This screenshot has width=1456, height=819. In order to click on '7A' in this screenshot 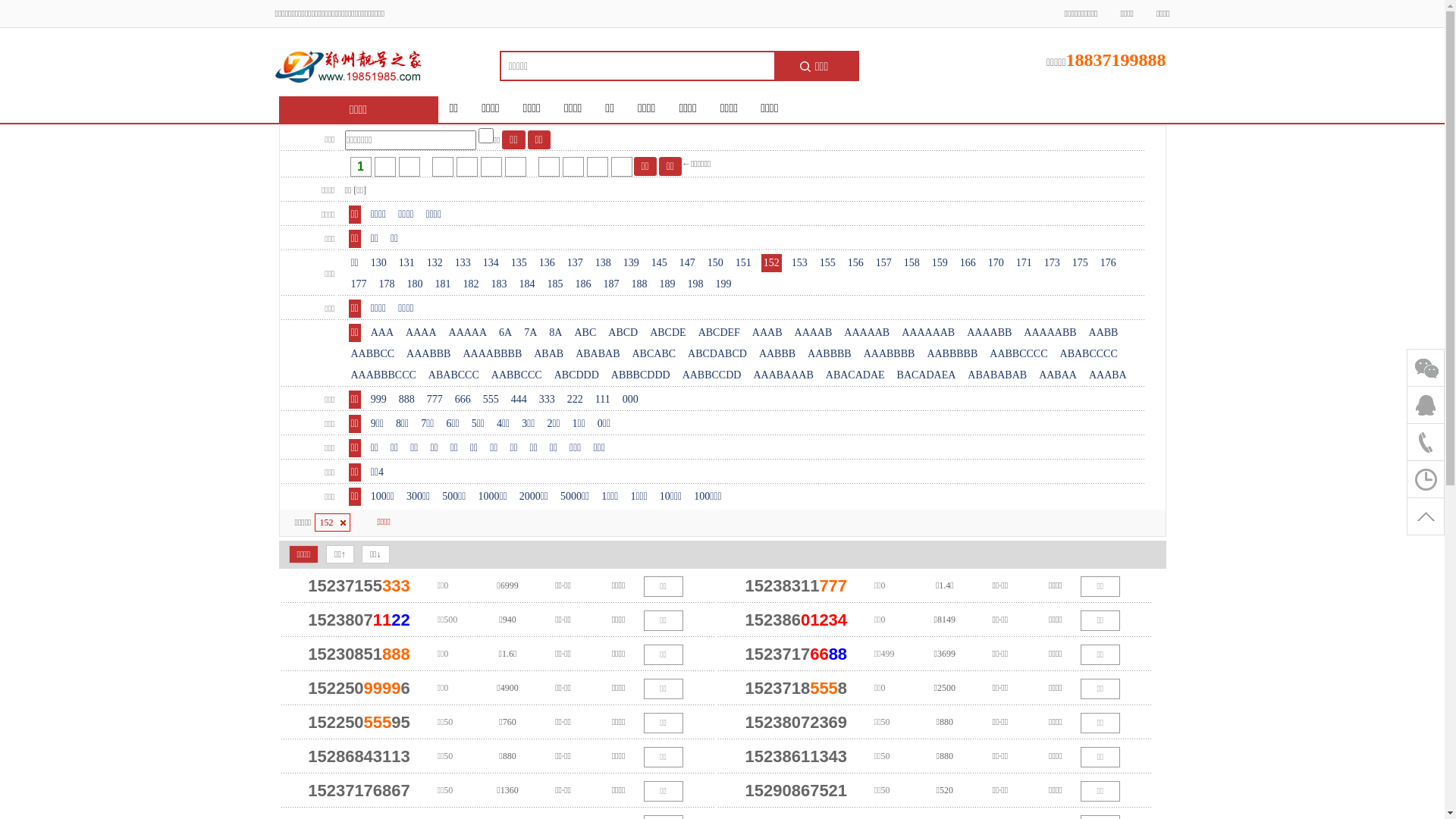, I will do `click(530, 332)`.